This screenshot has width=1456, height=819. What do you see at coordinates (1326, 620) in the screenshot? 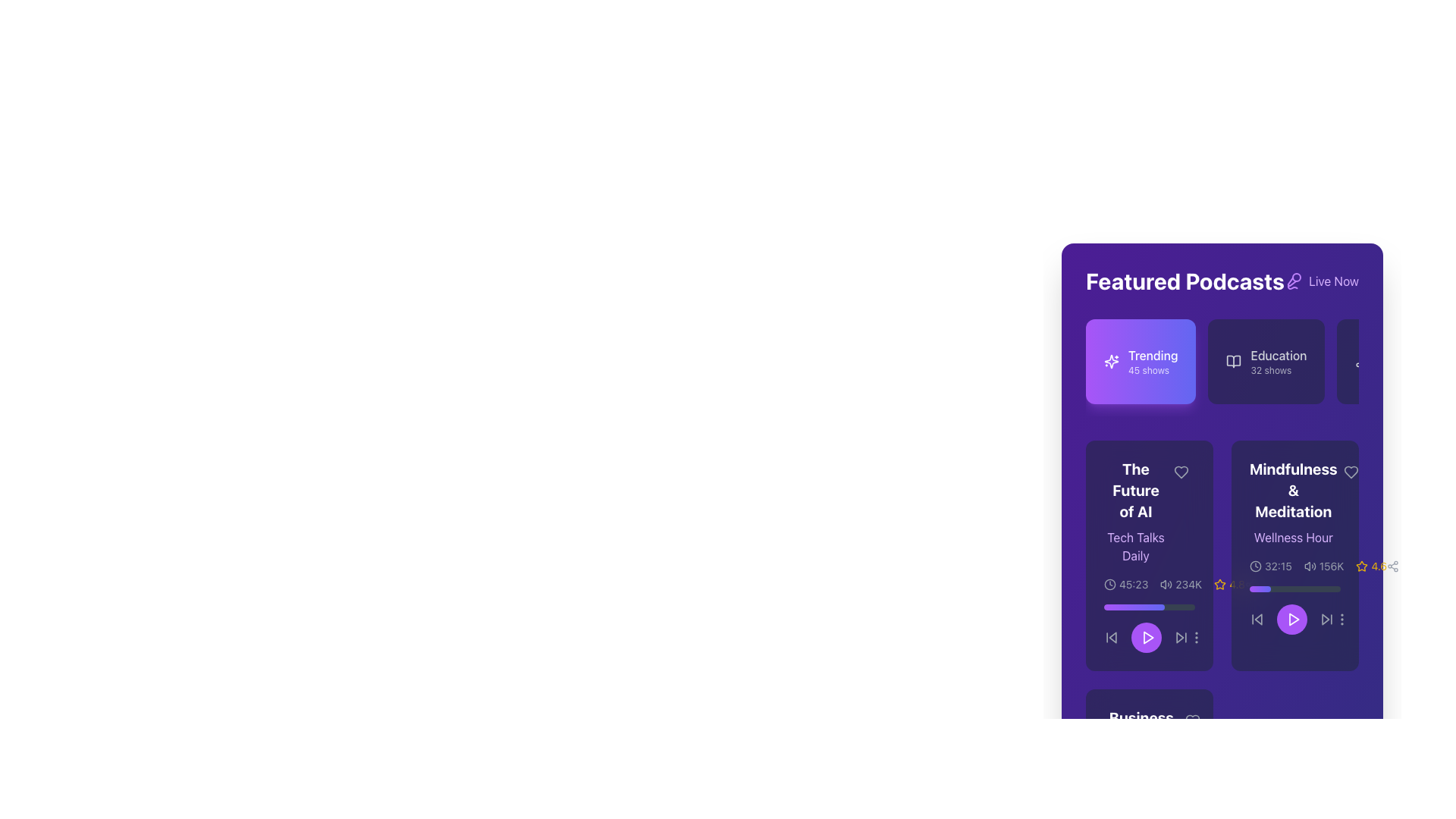
I see `the right-facing double arrow icon button to skip forward in the playback interface of the 'Mindfulness & Meditation' podcast card` at bounding box center [1326, 620].